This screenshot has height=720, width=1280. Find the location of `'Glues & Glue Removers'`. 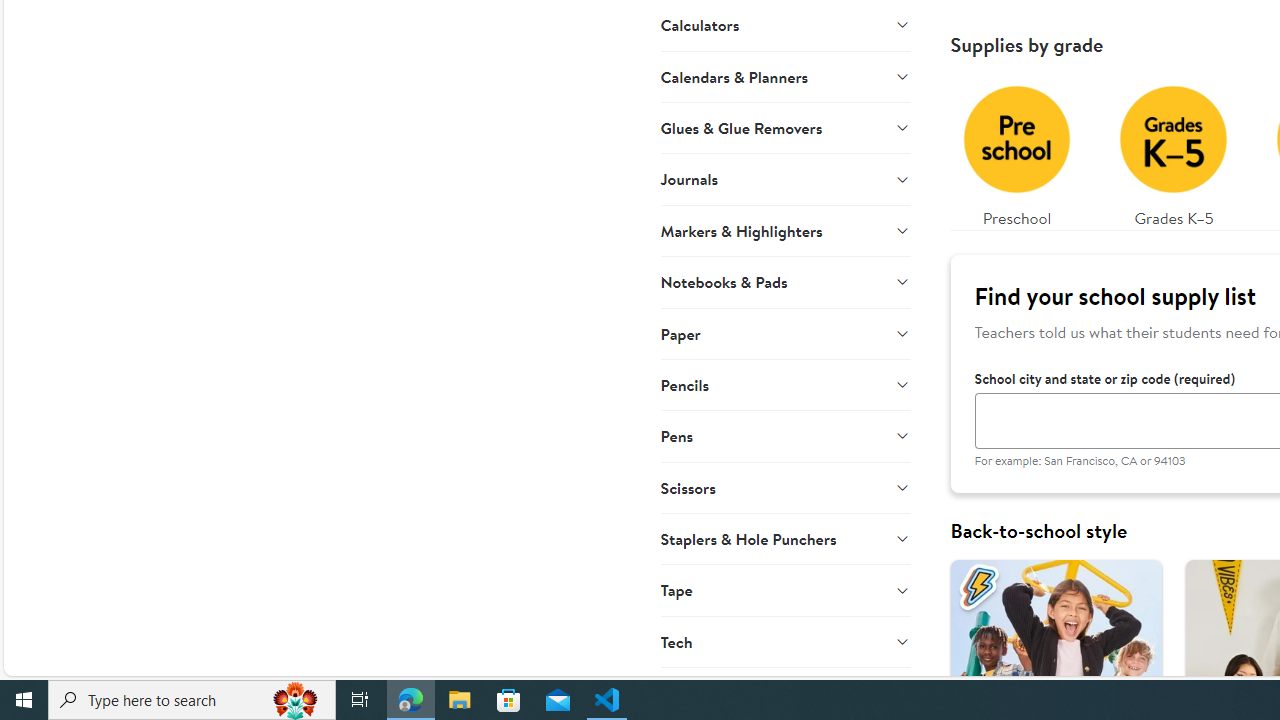

'Glues & Glue Removers' is located at coordinates (784, 127).